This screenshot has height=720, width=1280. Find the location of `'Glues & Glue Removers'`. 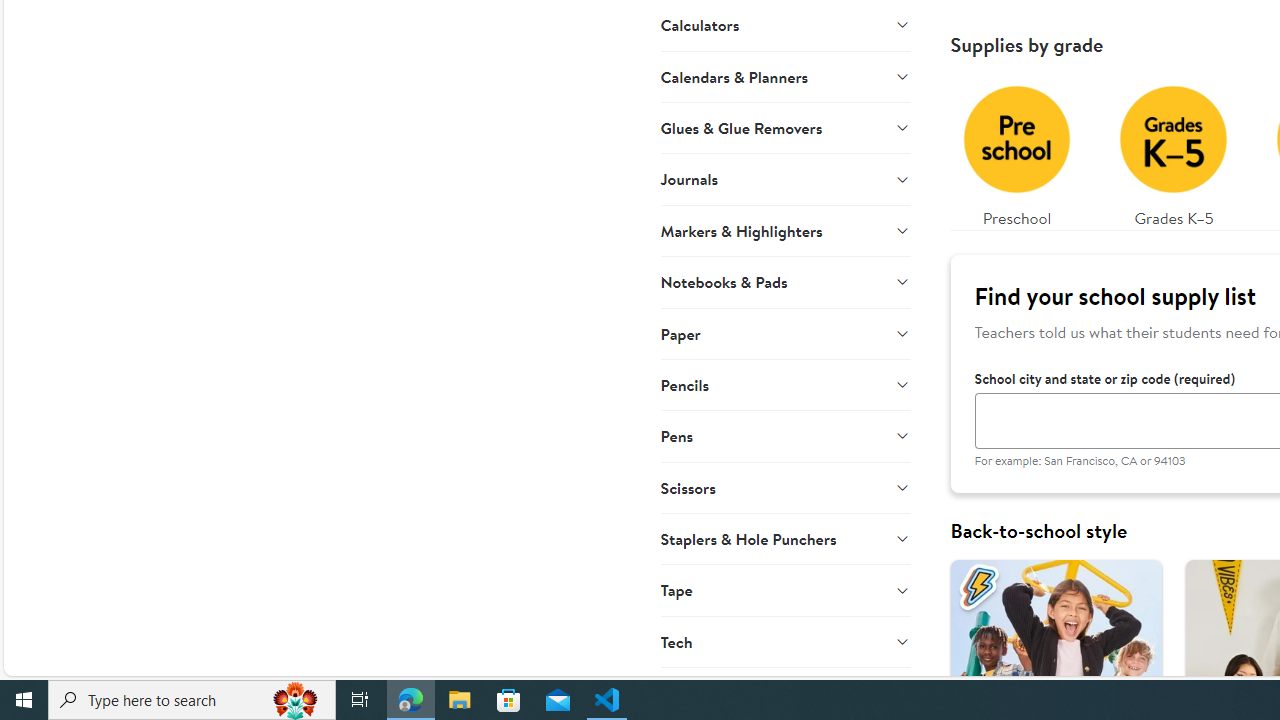

'Glues & Glue Removers' is located at coordinates (784, 127).